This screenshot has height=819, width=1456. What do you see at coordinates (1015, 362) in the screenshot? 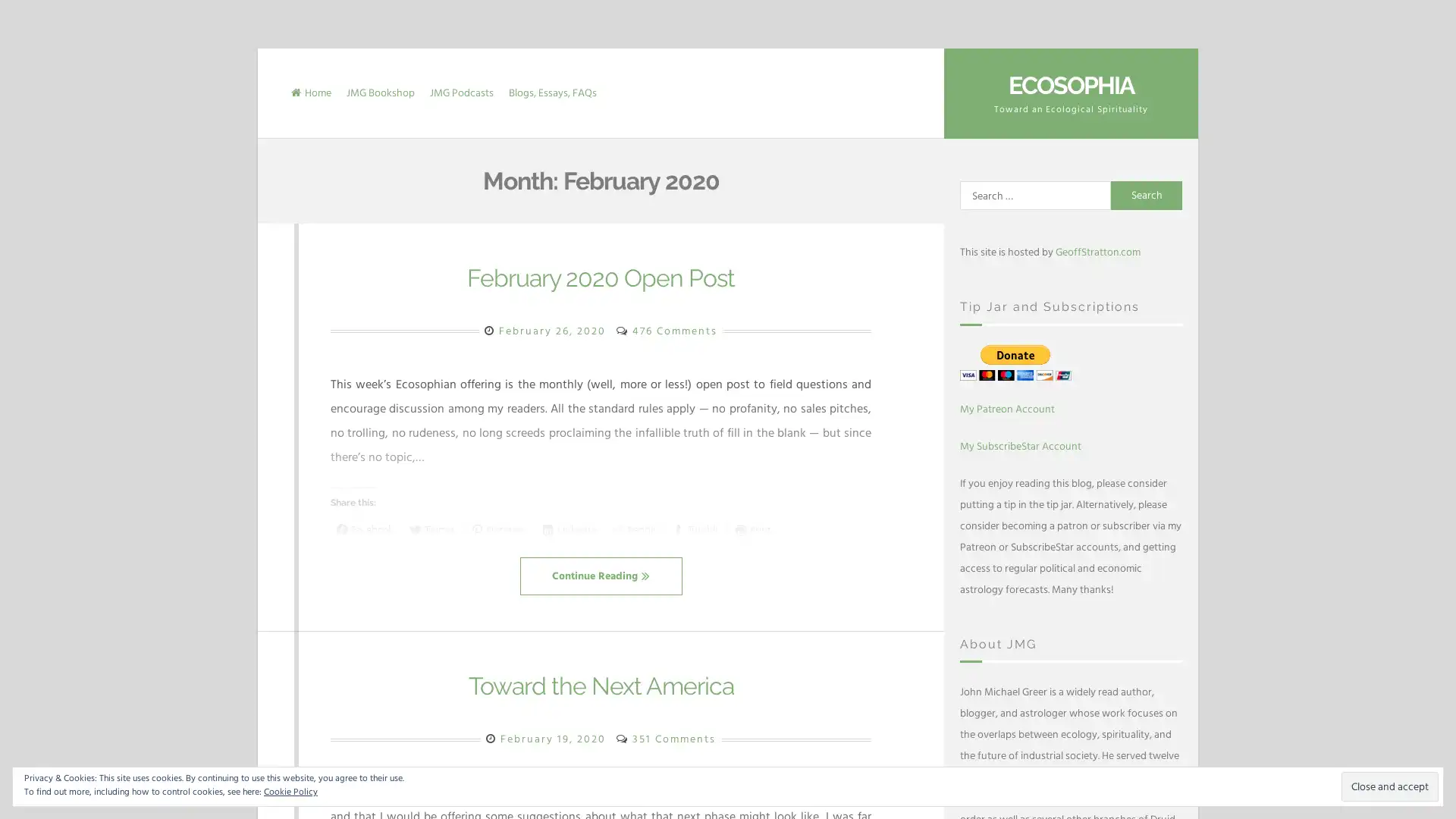
I see `PayPal - The safer, easier way to pay online!` at bounding box center [1015, 362].